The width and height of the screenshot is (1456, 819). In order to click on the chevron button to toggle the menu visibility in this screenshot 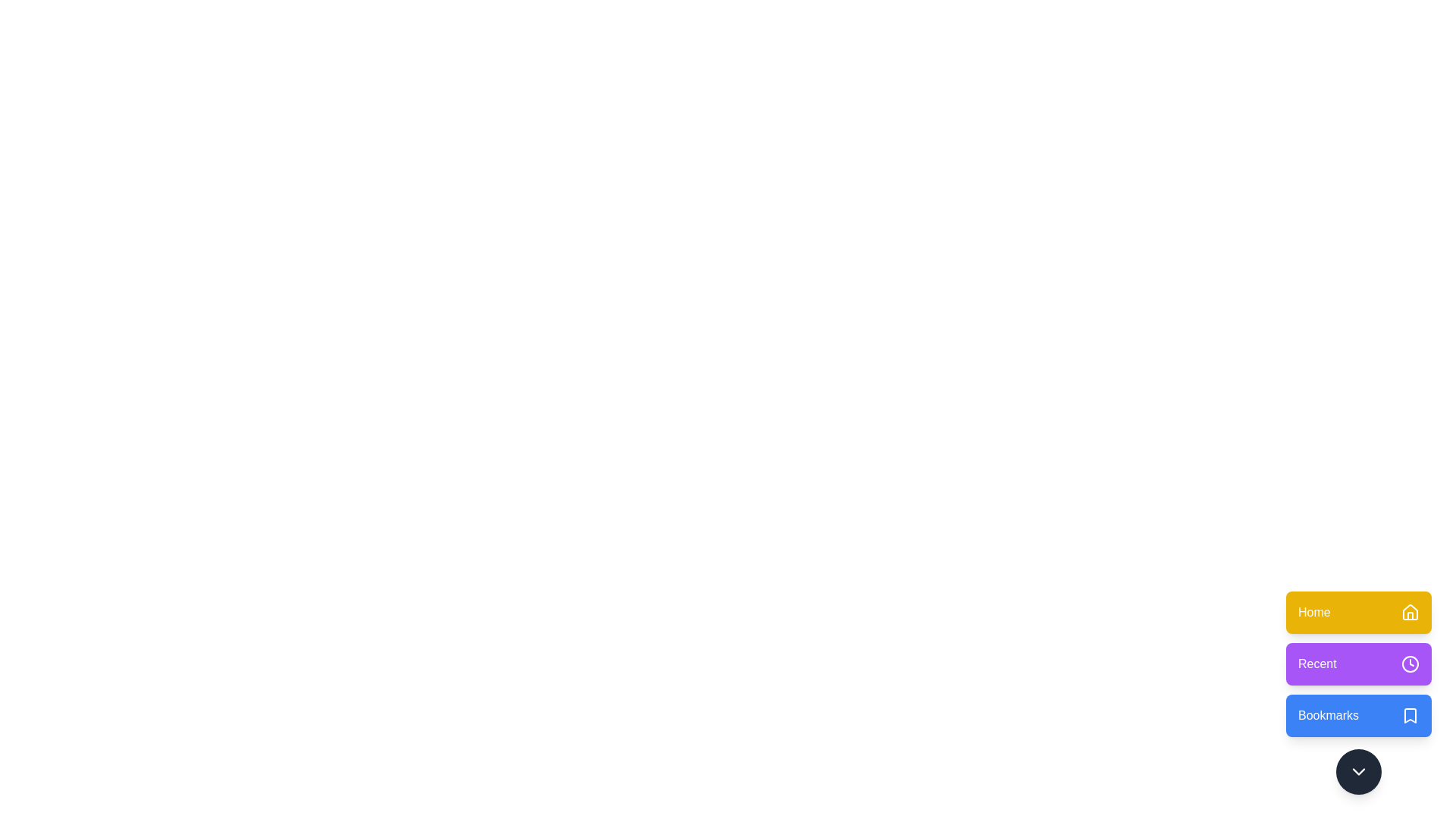, I will do `click(1358, 772)`.